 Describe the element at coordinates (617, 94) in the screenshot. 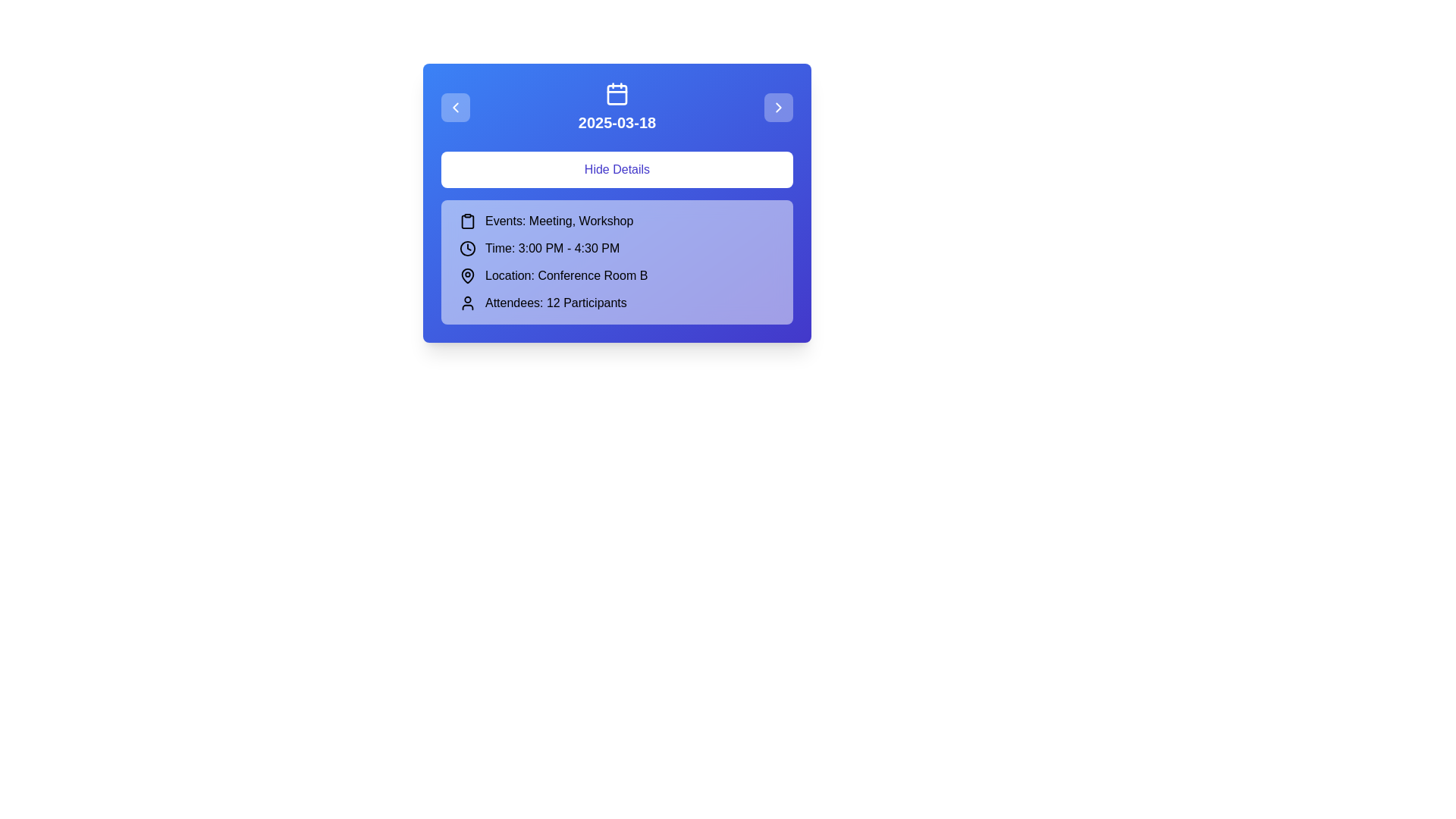

I see `the main body of the calendar icon, which is prominently located at the top of the interface above the date text '2025-03-18'` at that location.